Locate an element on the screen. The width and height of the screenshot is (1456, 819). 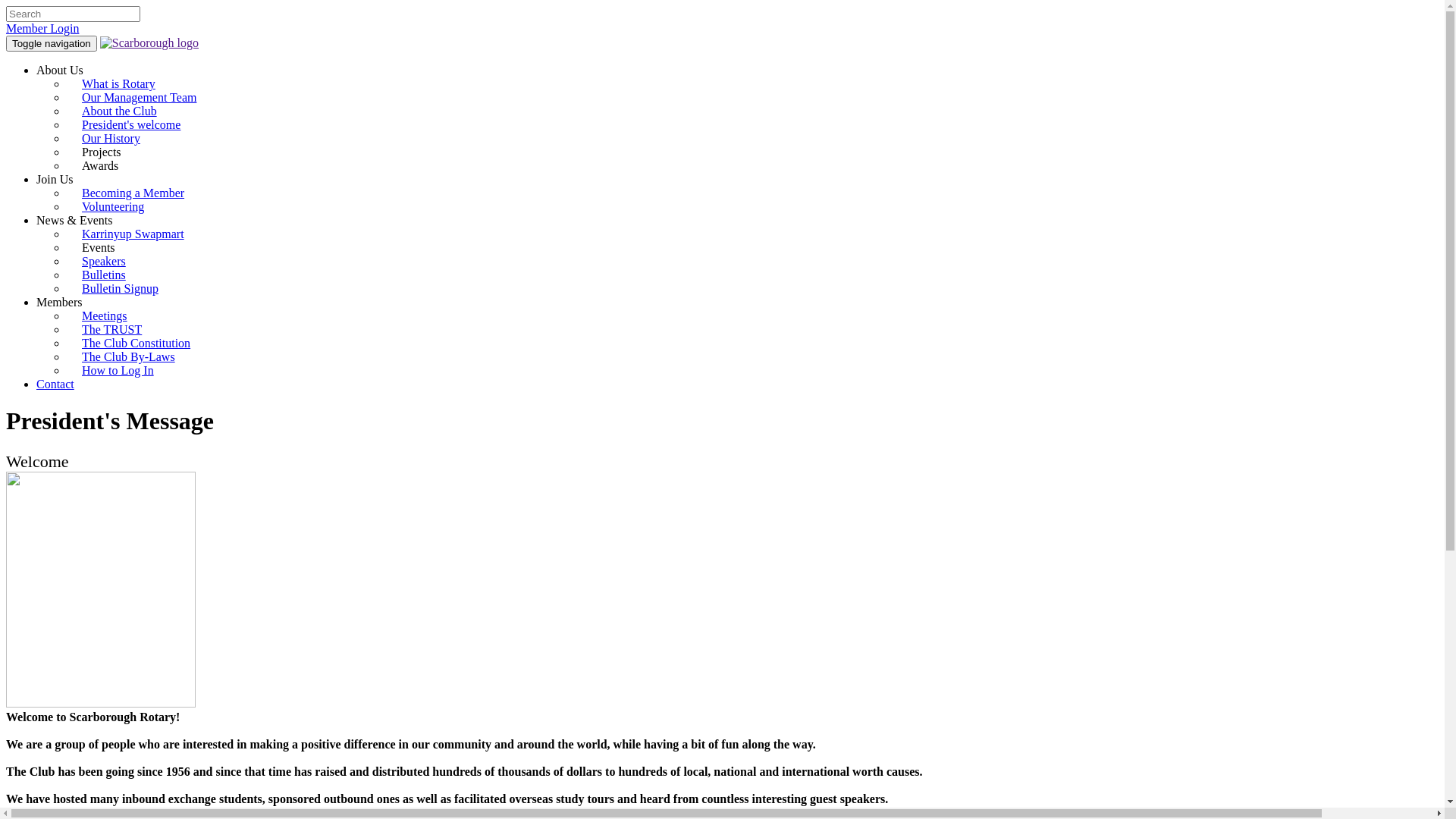
'News & Events' is located at coordinates (73, 220).